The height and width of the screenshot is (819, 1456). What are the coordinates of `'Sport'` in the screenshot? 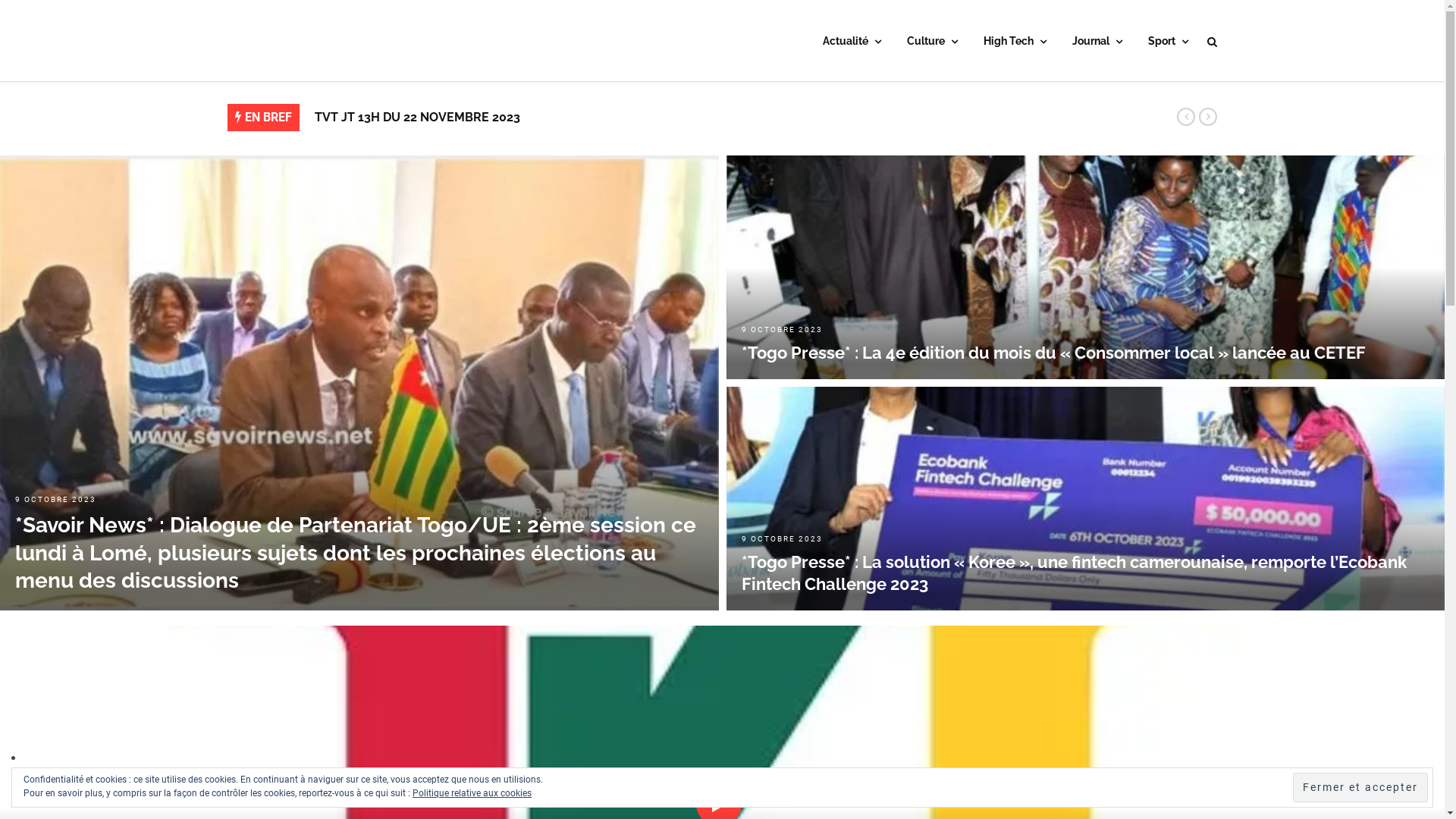 It's located at (1167, 42).